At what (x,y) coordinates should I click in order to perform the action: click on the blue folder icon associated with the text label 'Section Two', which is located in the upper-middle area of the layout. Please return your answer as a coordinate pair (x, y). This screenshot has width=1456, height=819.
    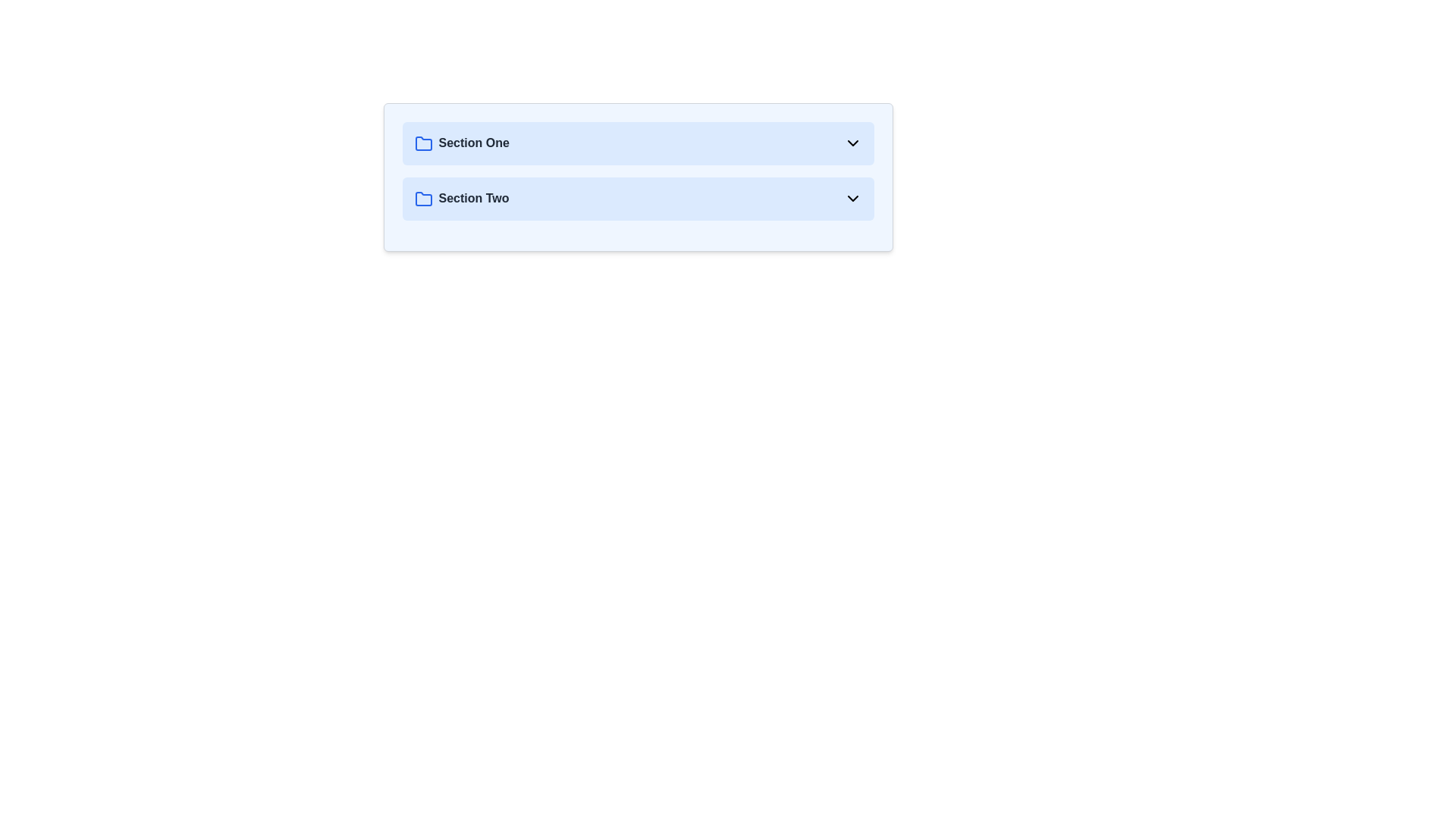
    Looking at the image, I should click on (423, 198).